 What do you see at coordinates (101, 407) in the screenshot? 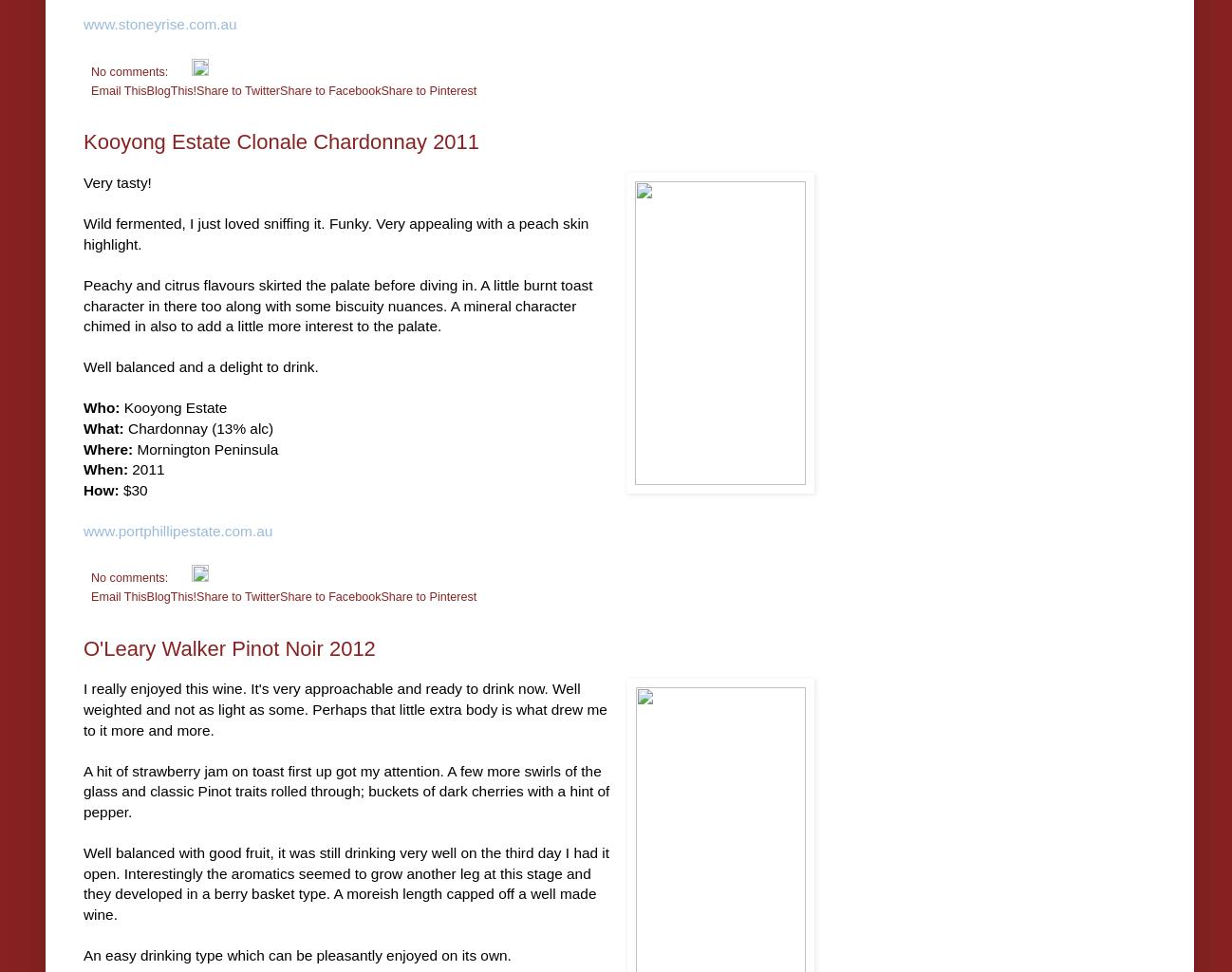
I see `'Who:'` at bounding box center [101, 407].